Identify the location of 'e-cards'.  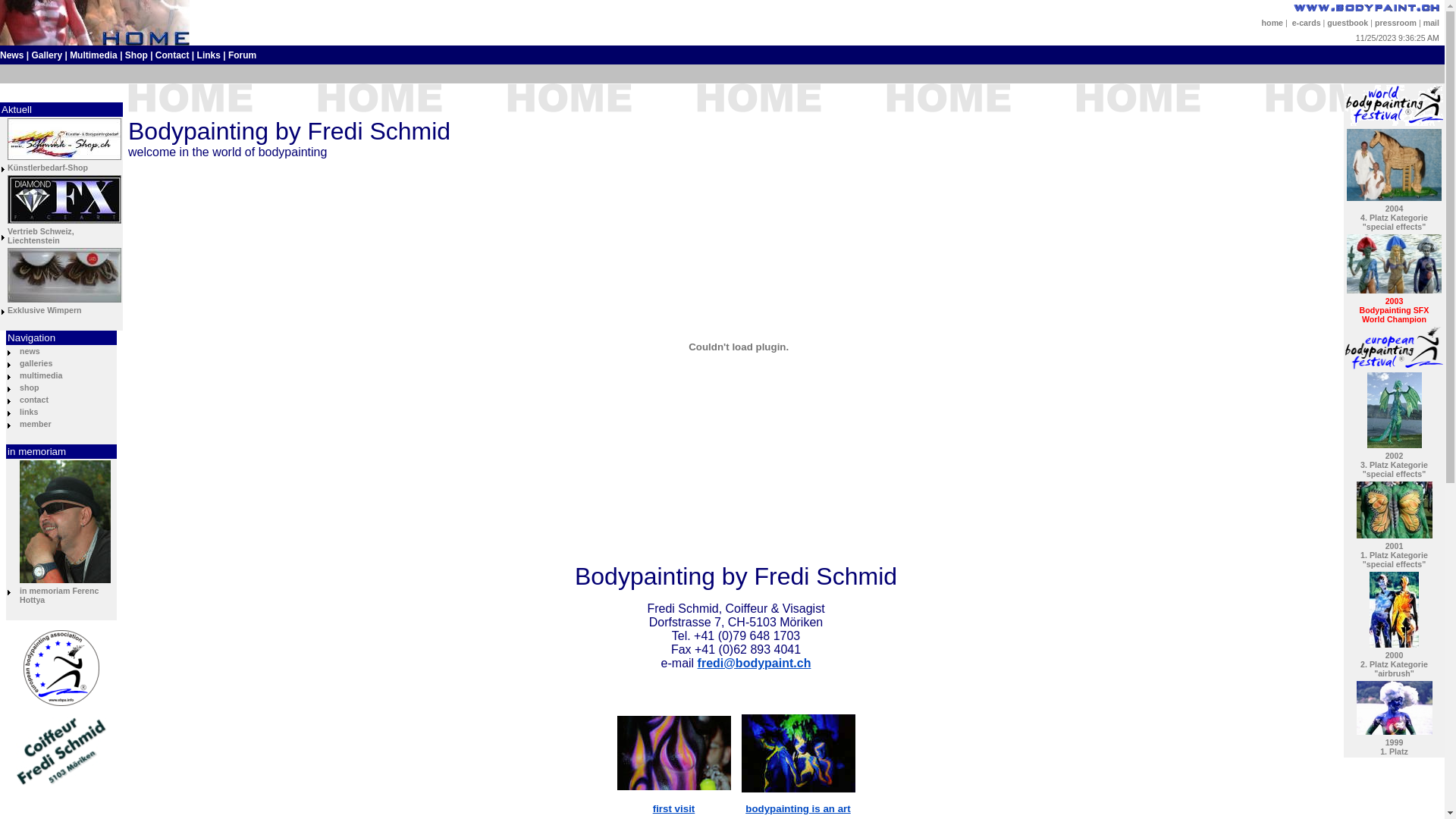
(1306, 23).